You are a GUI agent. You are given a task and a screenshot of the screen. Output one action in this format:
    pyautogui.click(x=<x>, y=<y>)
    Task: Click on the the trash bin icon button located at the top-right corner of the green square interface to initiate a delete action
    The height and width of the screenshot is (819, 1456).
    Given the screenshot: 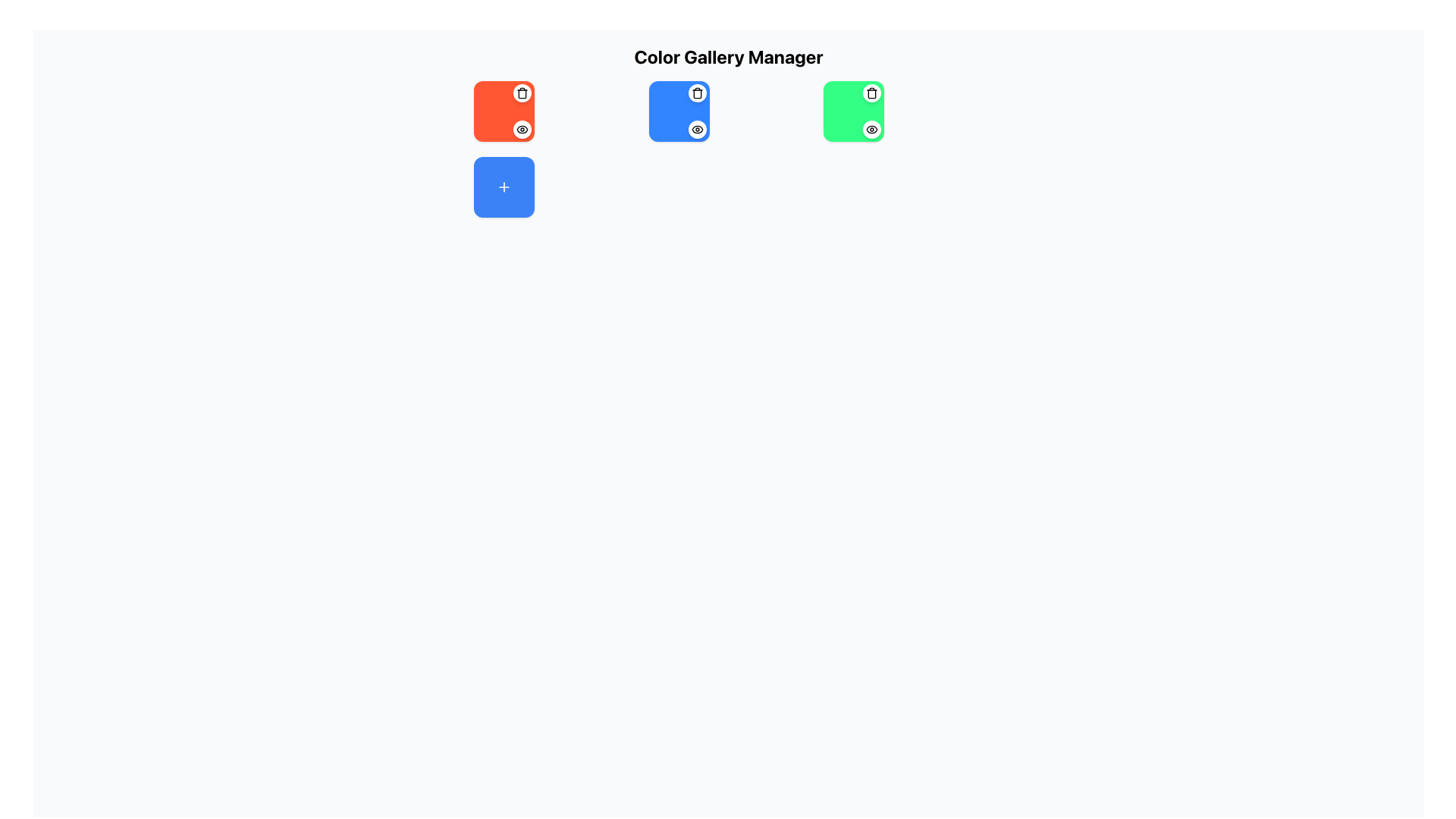 What is the action you would take?
    pyautogui.click(x=872, y=93)
    